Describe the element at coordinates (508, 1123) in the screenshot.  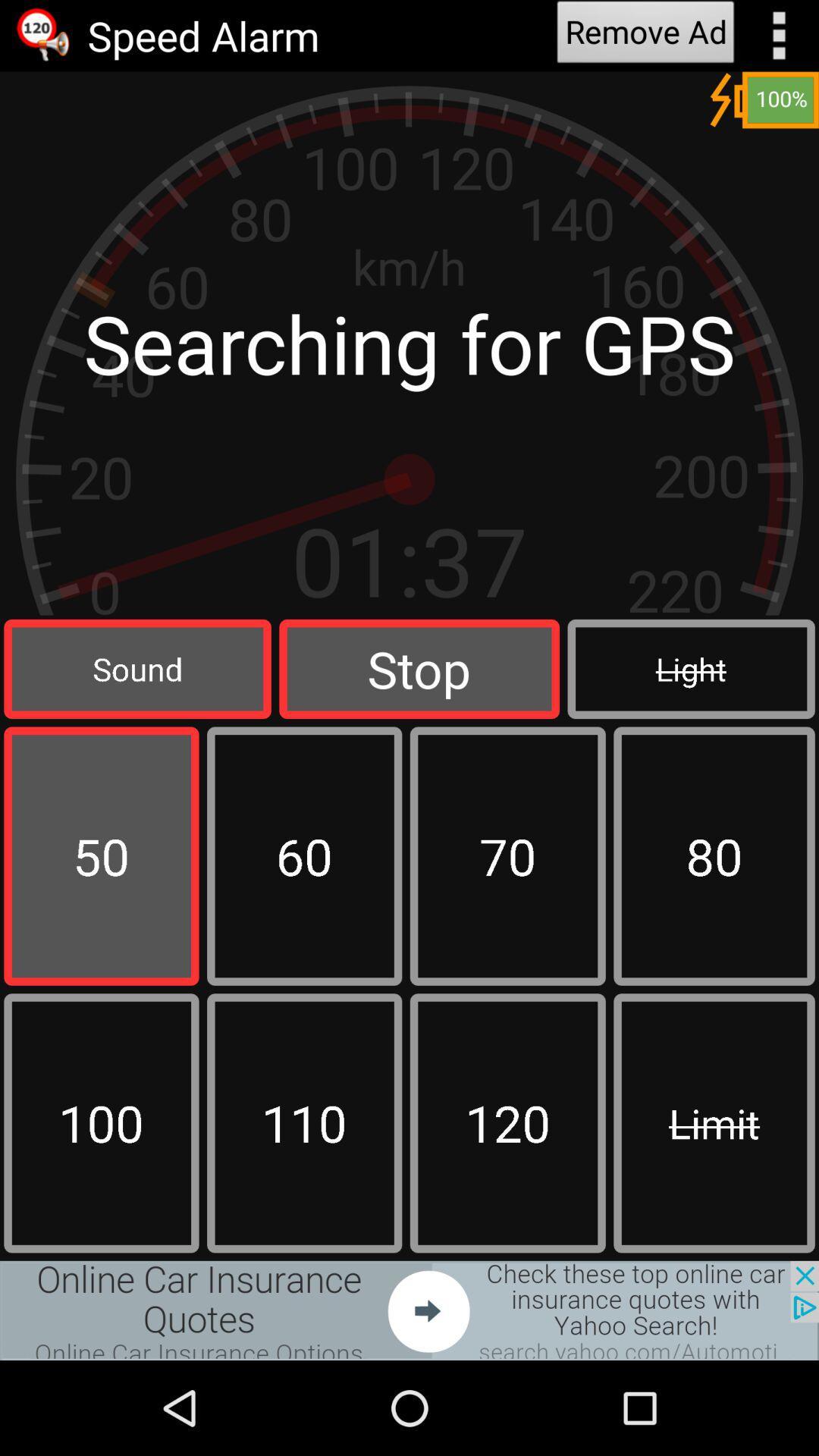
I see `the button which is next to 110` at that location.